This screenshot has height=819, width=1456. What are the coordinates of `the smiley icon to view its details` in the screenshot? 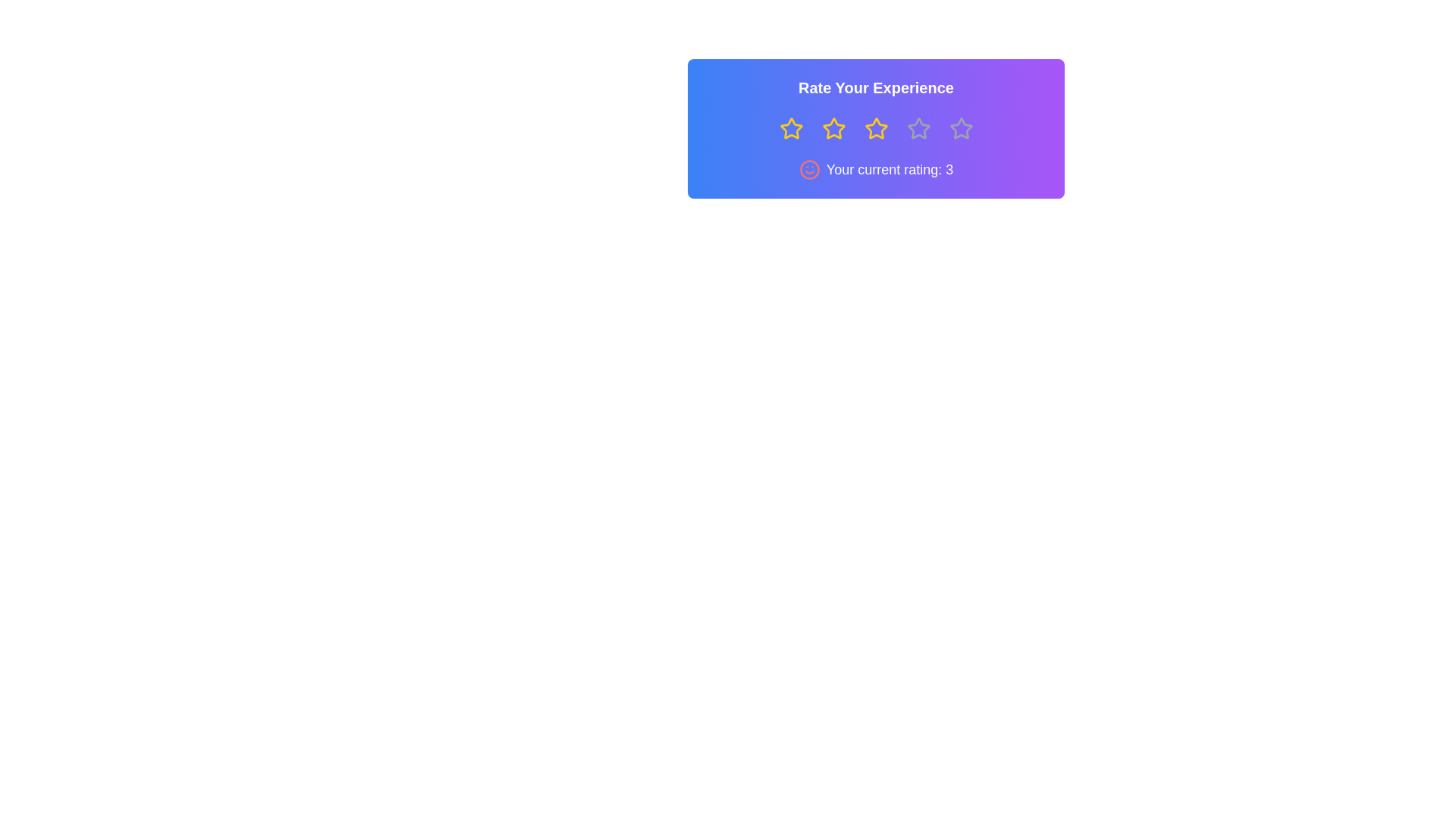 It's located at (808, 169).